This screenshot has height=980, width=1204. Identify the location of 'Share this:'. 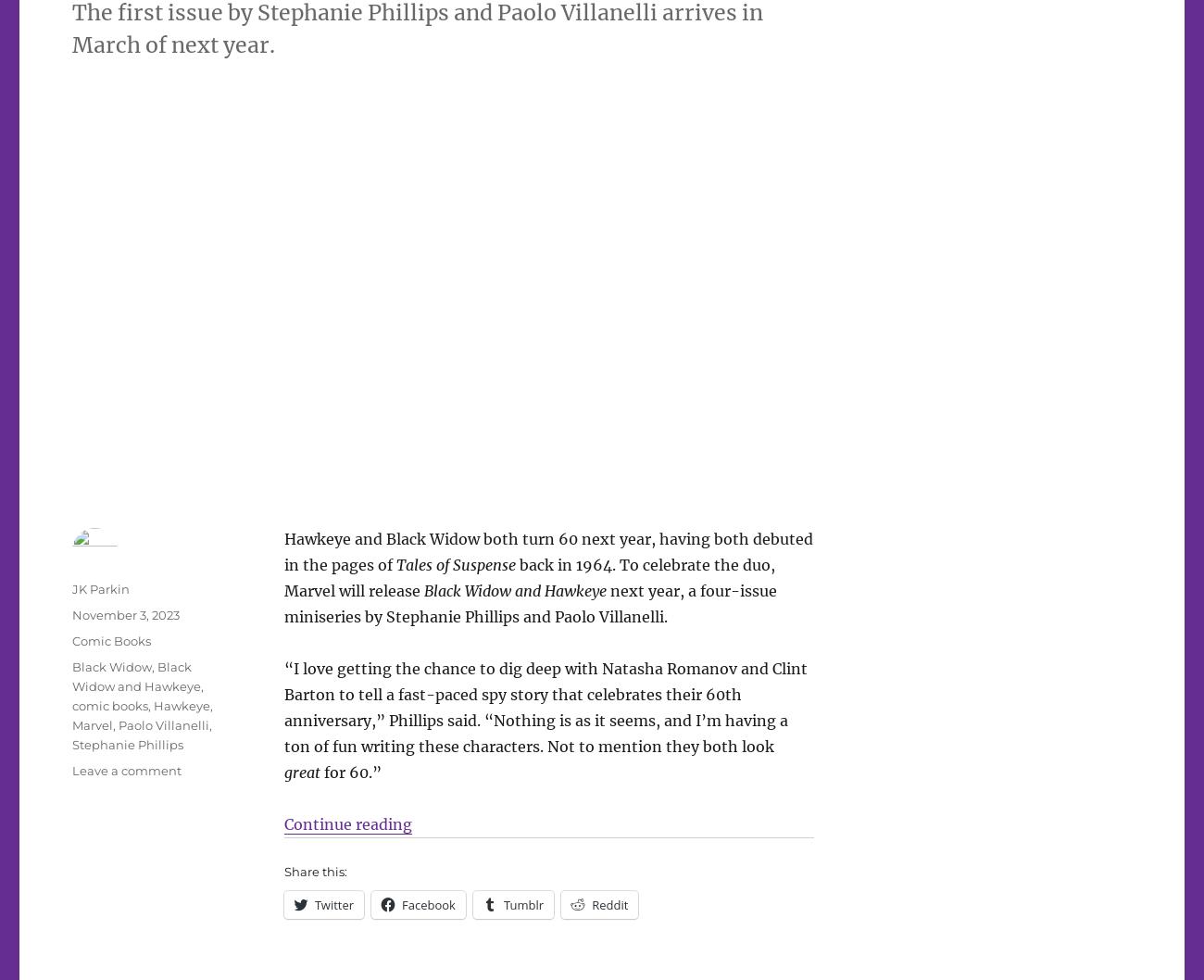
(313, 871).